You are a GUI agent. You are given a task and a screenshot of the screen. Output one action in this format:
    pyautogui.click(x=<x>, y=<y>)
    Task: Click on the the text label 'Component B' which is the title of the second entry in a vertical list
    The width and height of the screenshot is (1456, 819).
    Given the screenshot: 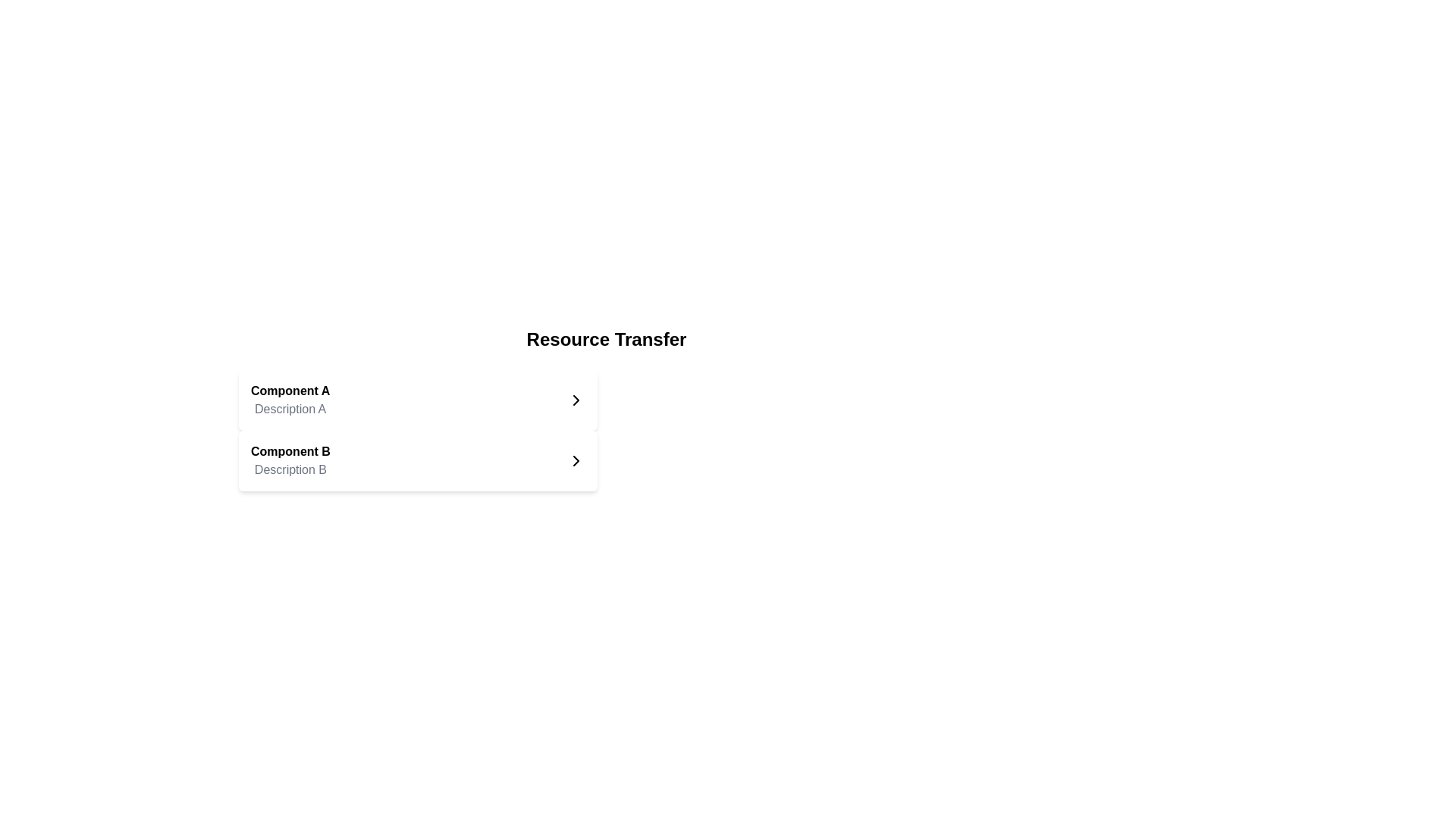 What is the action you would take?
    pyautogui.click(x=290, y=451)
    